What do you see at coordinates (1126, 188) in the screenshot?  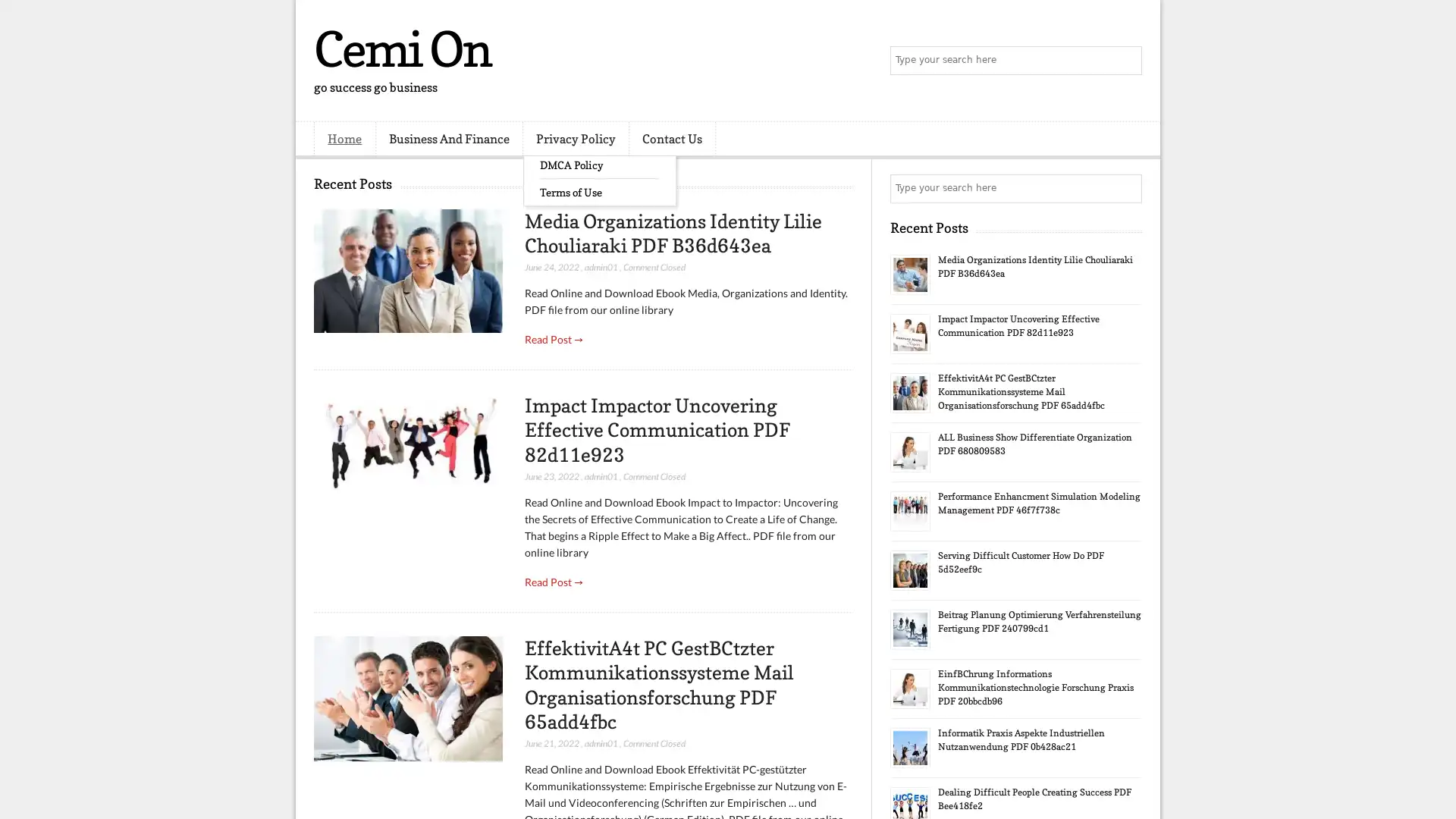 I see `Search` at bounding box center [1126, 188].